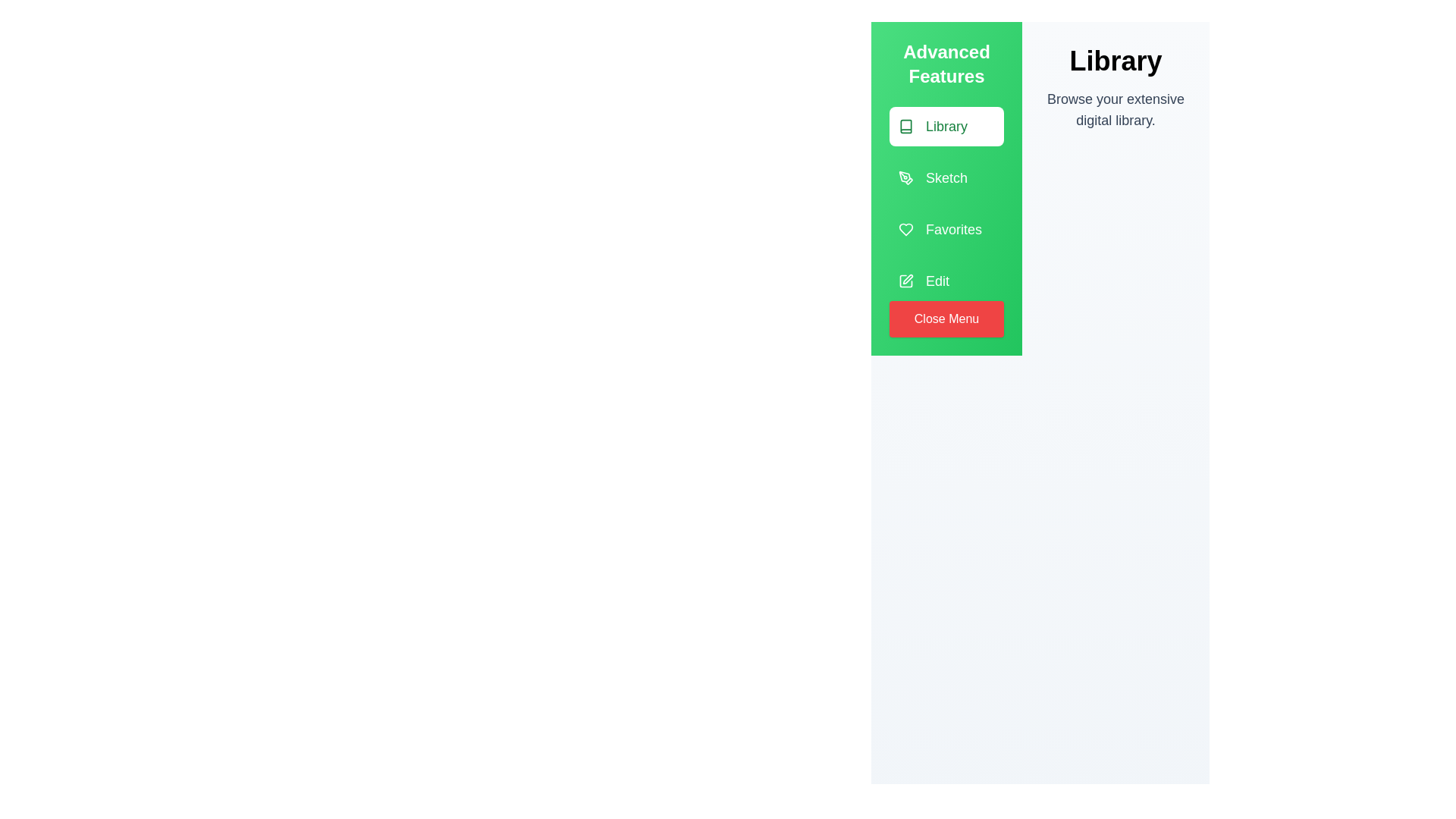 Image resolution: width=1456 pixels, height=819 pixels. Describe the element at coordinates (946, 125) in the screenshot. I see `the menu item 'Library' by clicking on it` at that location.